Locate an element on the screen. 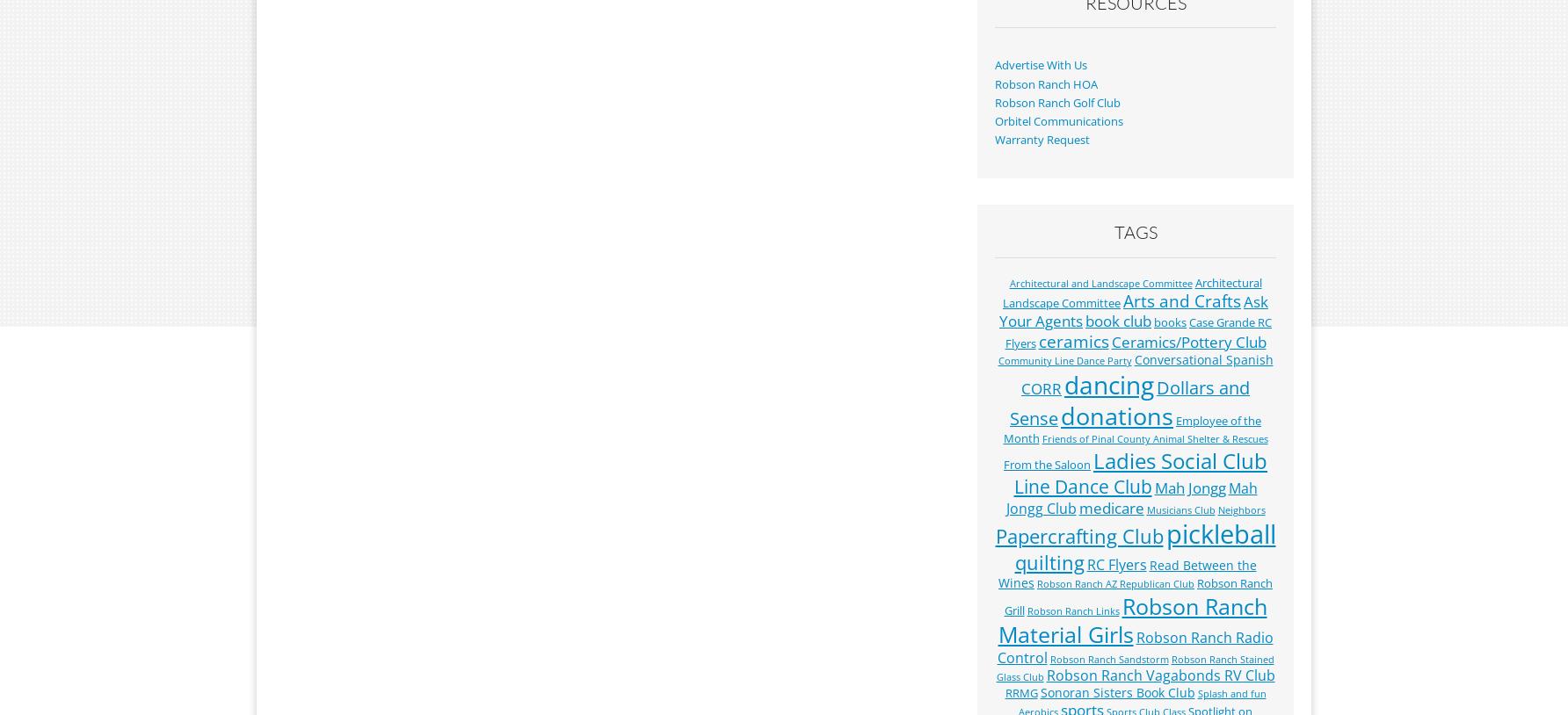 This screenshot has height=715, width=1568. 'Robson Ranch Material Girls' is located at coordinates (997, 619).